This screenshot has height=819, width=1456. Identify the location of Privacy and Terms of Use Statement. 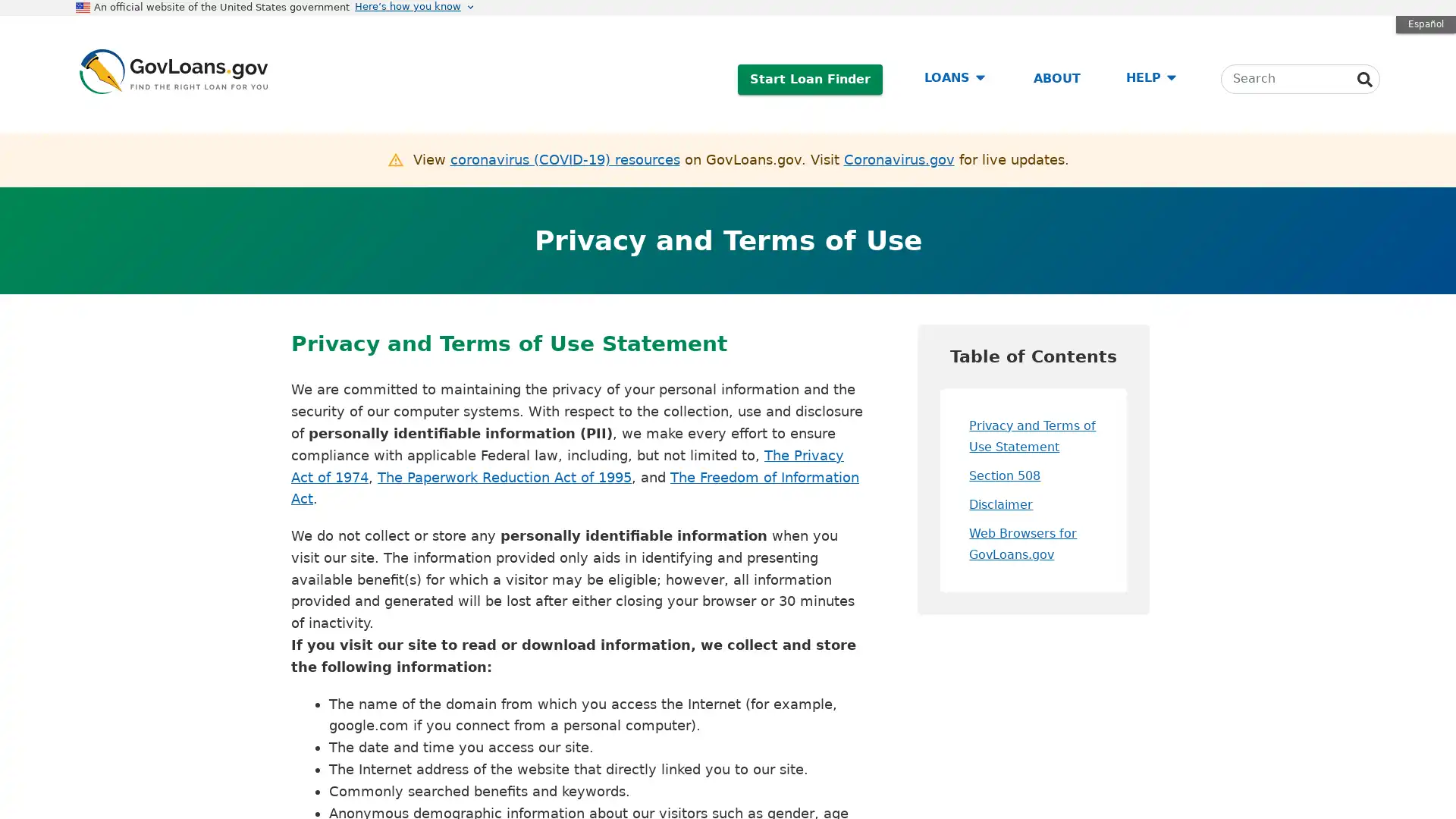
(1032, 436).